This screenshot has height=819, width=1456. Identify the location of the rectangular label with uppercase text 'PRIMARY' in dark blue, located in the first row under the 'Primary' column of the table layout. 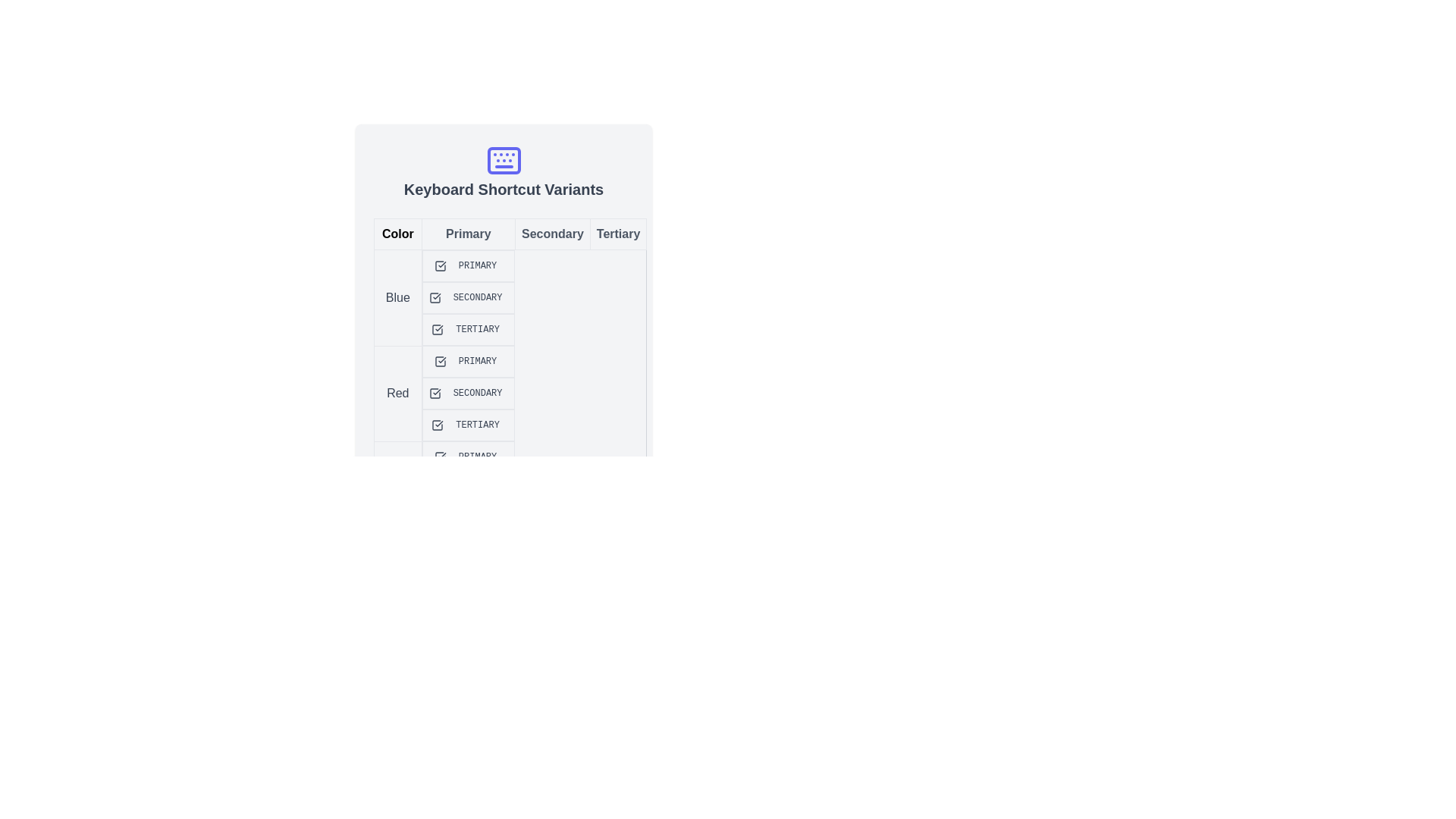
(477, 265).